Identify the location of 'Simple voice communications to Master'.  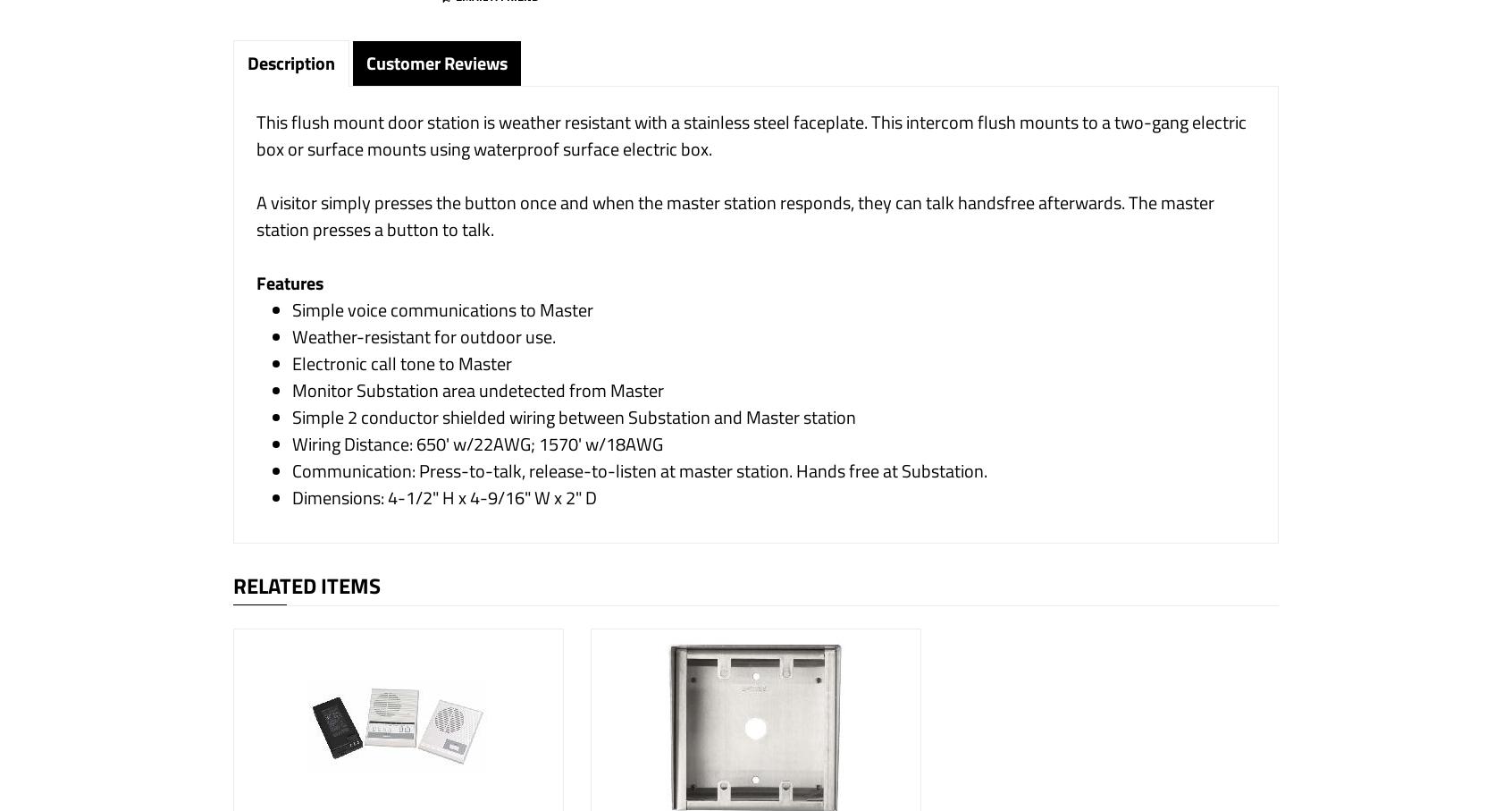
(291, 308).